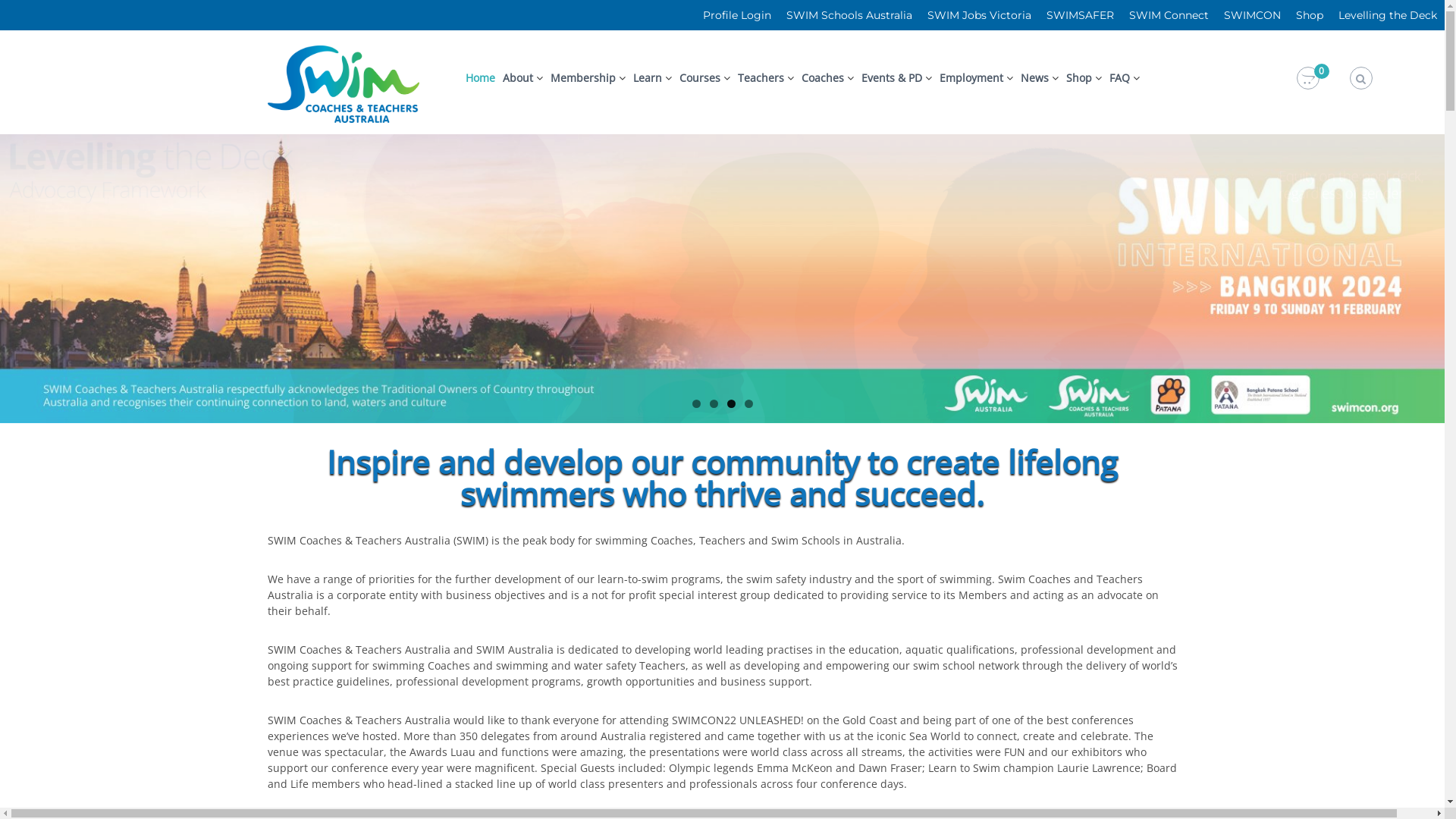 The height and width of the screenshot is (819, 1456). What do you see at coordinates (1307, 78) in the screenshot?
I see `'0'` at bounding box center [1307, 78].